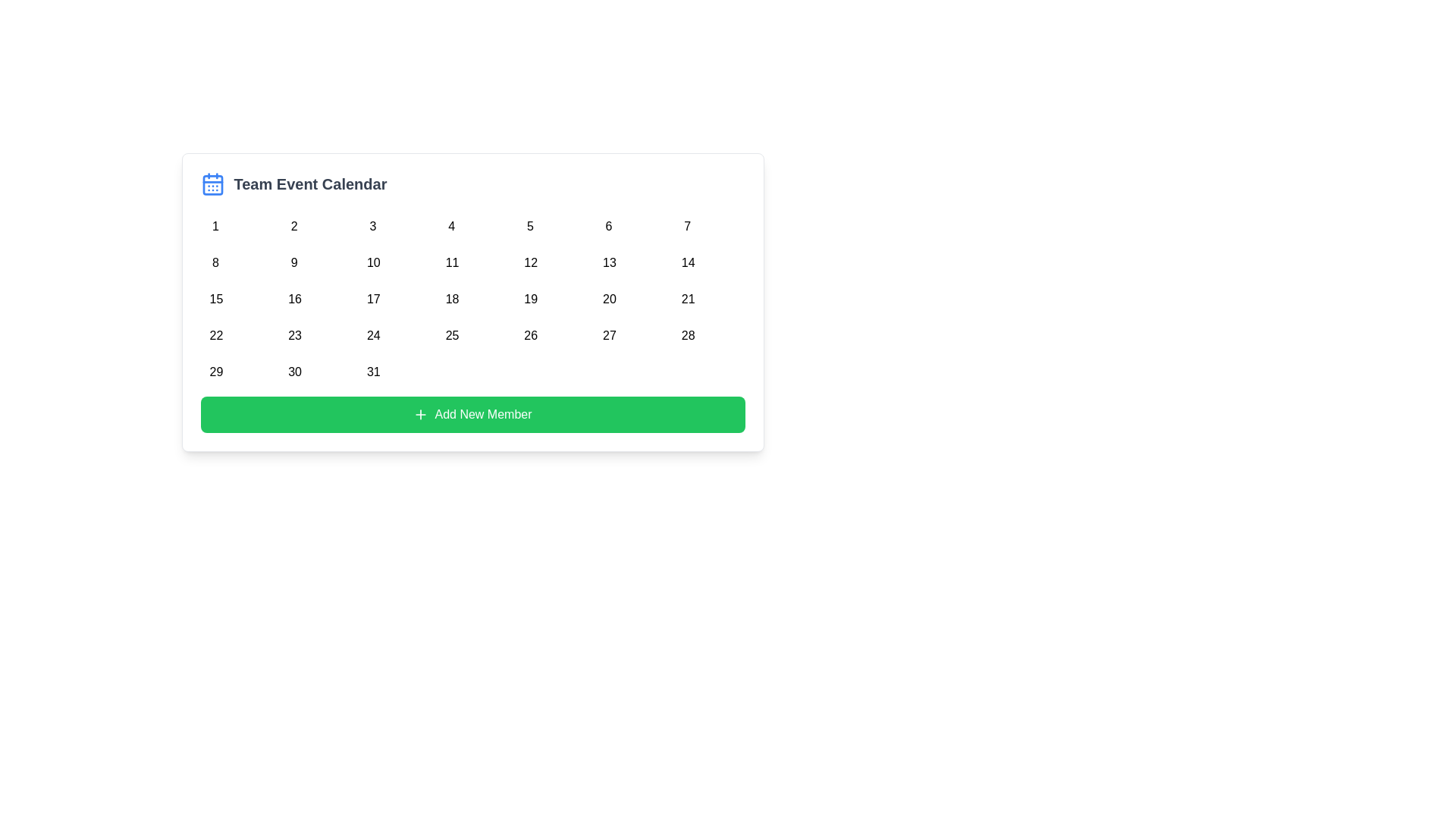  What do you see at coordinates (294, 296) in the screenshot?
I see `the number cell displaying '16' in the calendar grid` at bounding box center [294, 296].